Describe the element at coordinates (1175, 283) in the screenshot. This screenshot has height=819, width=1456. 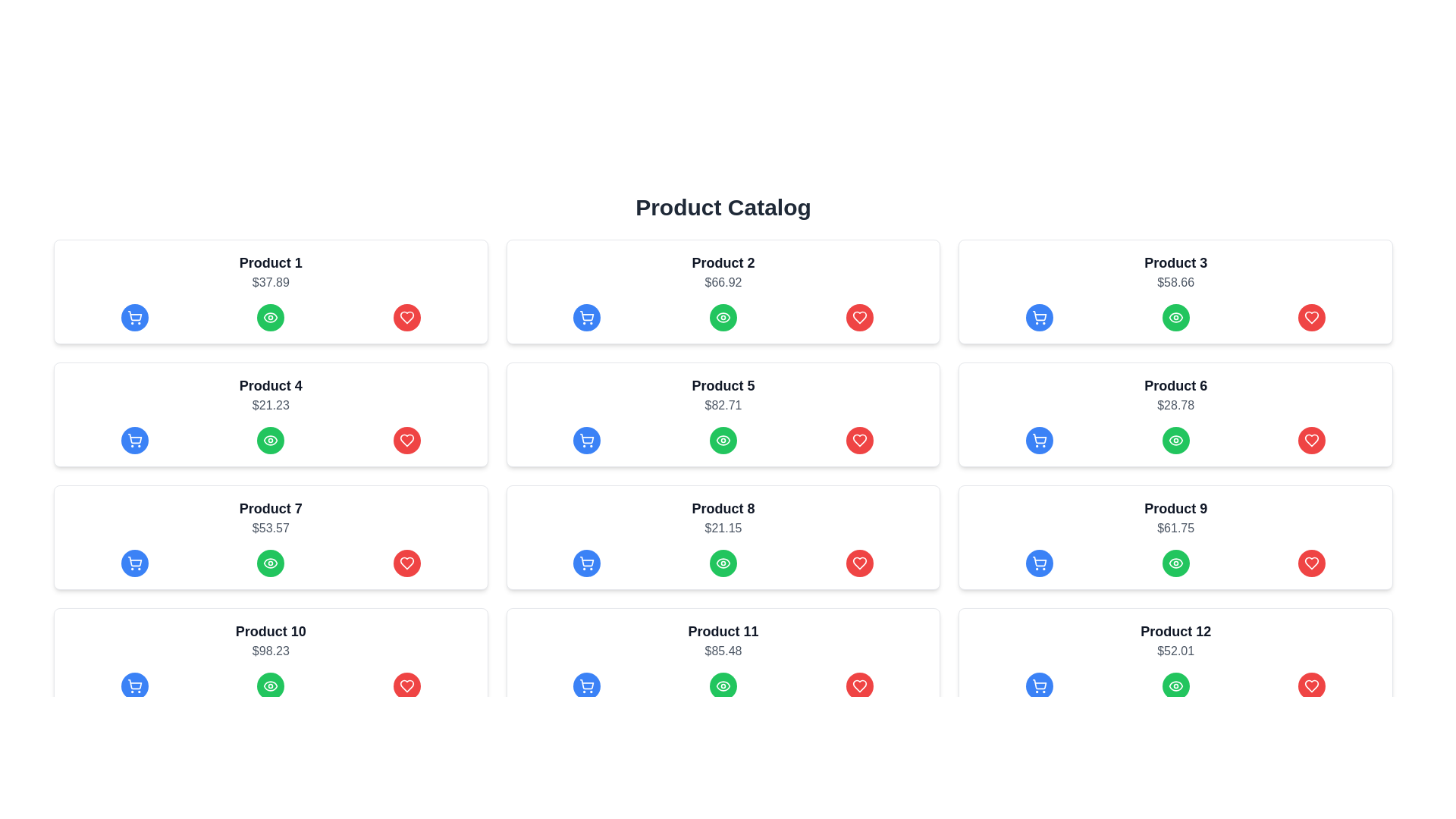
I see `the price information text located in the 'Product 3' card` at that location.